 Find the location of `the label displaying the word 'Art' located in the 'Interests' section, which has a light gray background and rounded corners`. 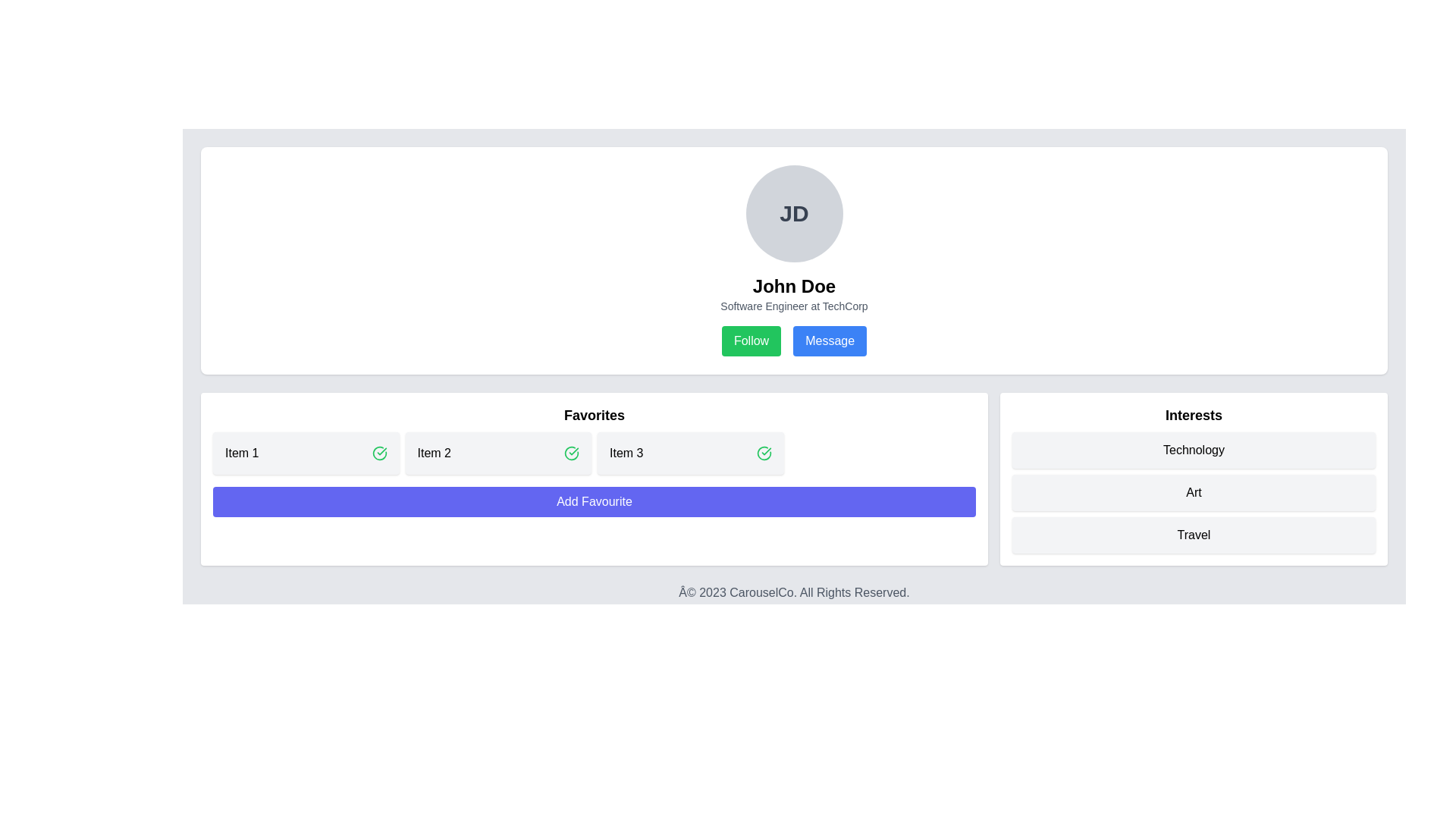

the label displaying the word 'Art' located in the 'Interests' section, which has a light gray background and rounded corners is located at coordinates (1193, 493).